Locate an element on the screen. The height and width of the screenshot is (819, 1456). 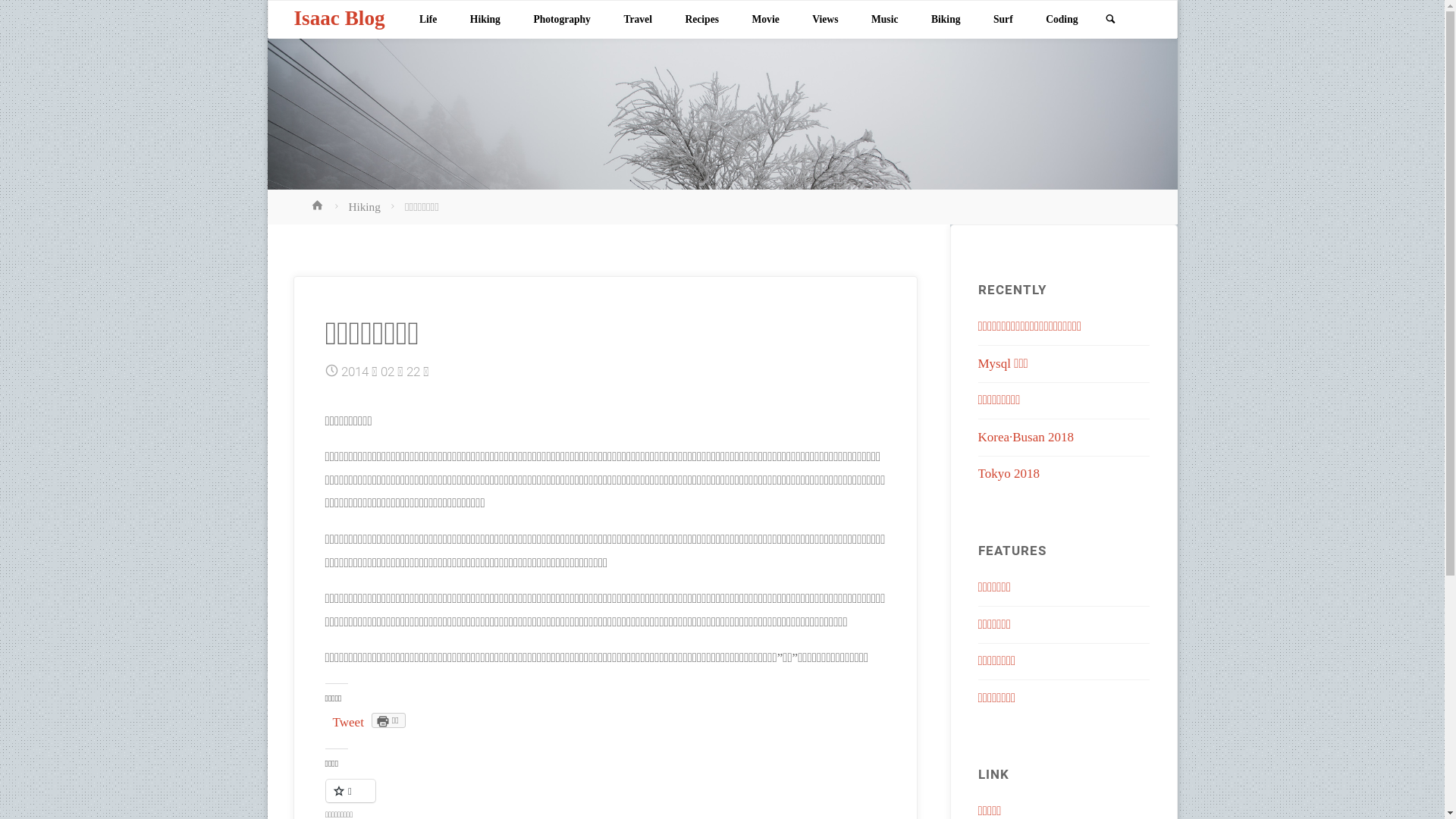
'Home' is located at coordinates (318, 206).